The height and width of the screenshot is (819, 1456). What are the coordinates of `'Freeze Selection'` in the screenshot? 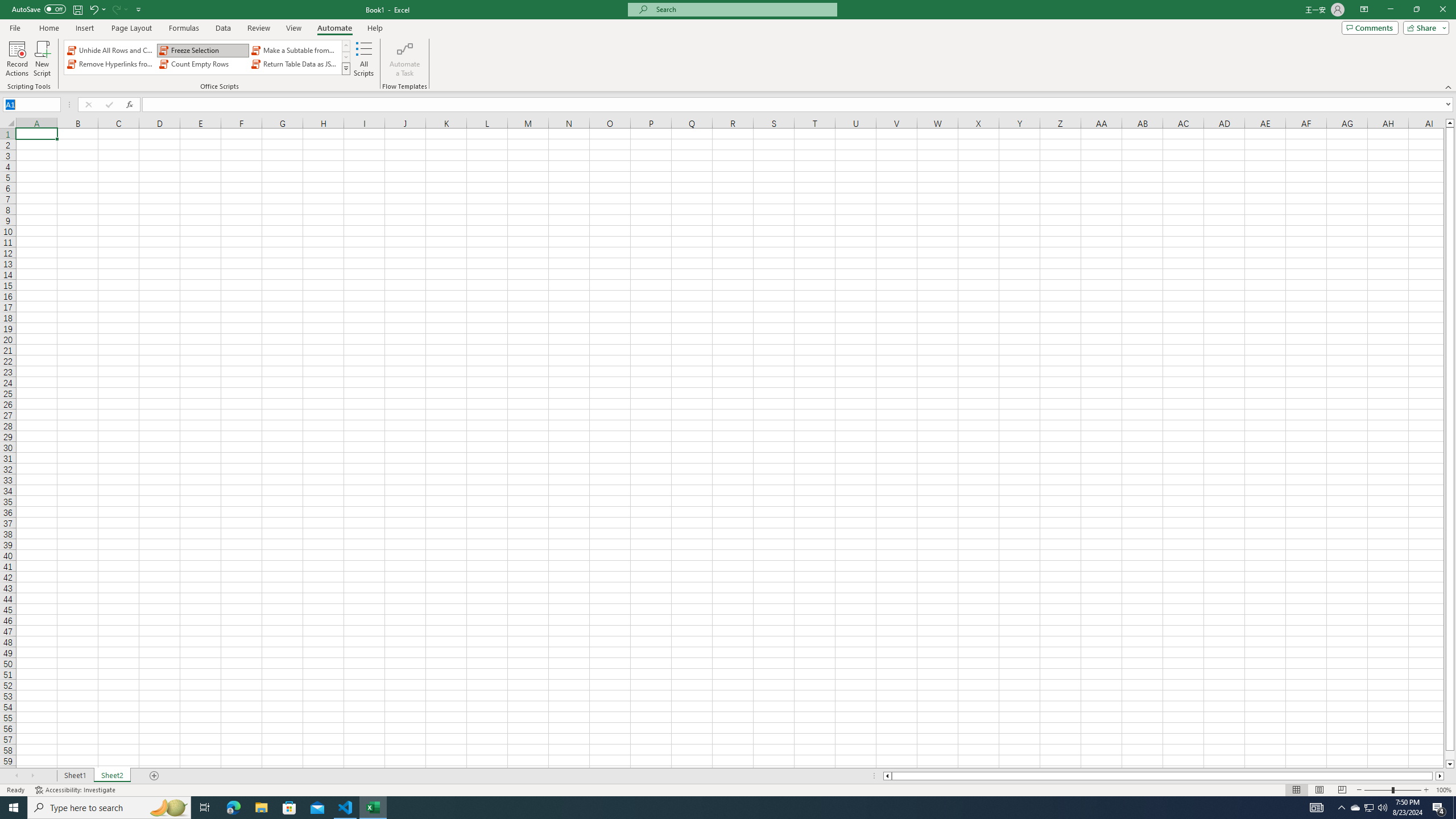 It's located at (202, 50).